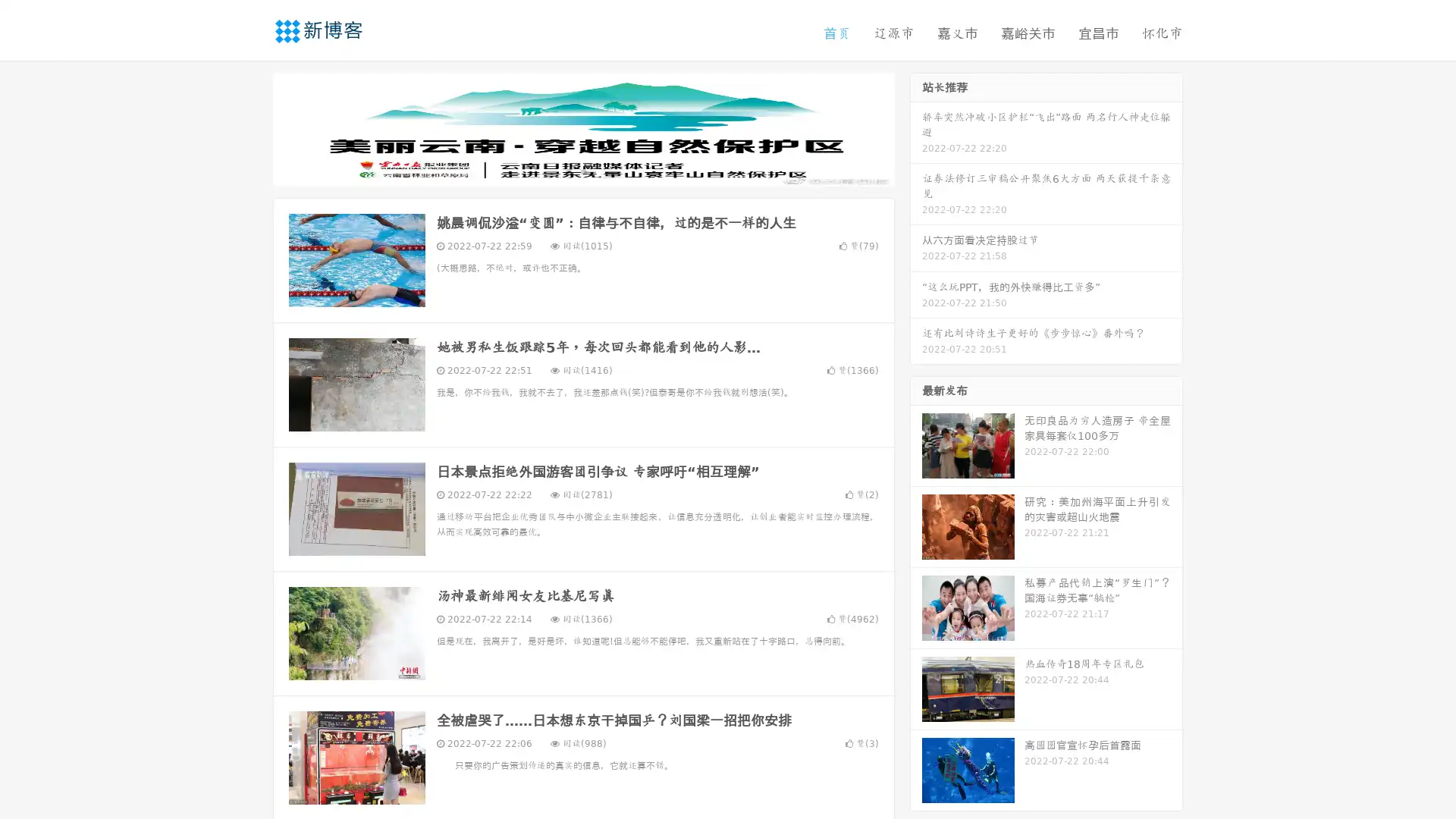 The image size is (1456, 819). I want to click on Next slide, so click(916, 127).